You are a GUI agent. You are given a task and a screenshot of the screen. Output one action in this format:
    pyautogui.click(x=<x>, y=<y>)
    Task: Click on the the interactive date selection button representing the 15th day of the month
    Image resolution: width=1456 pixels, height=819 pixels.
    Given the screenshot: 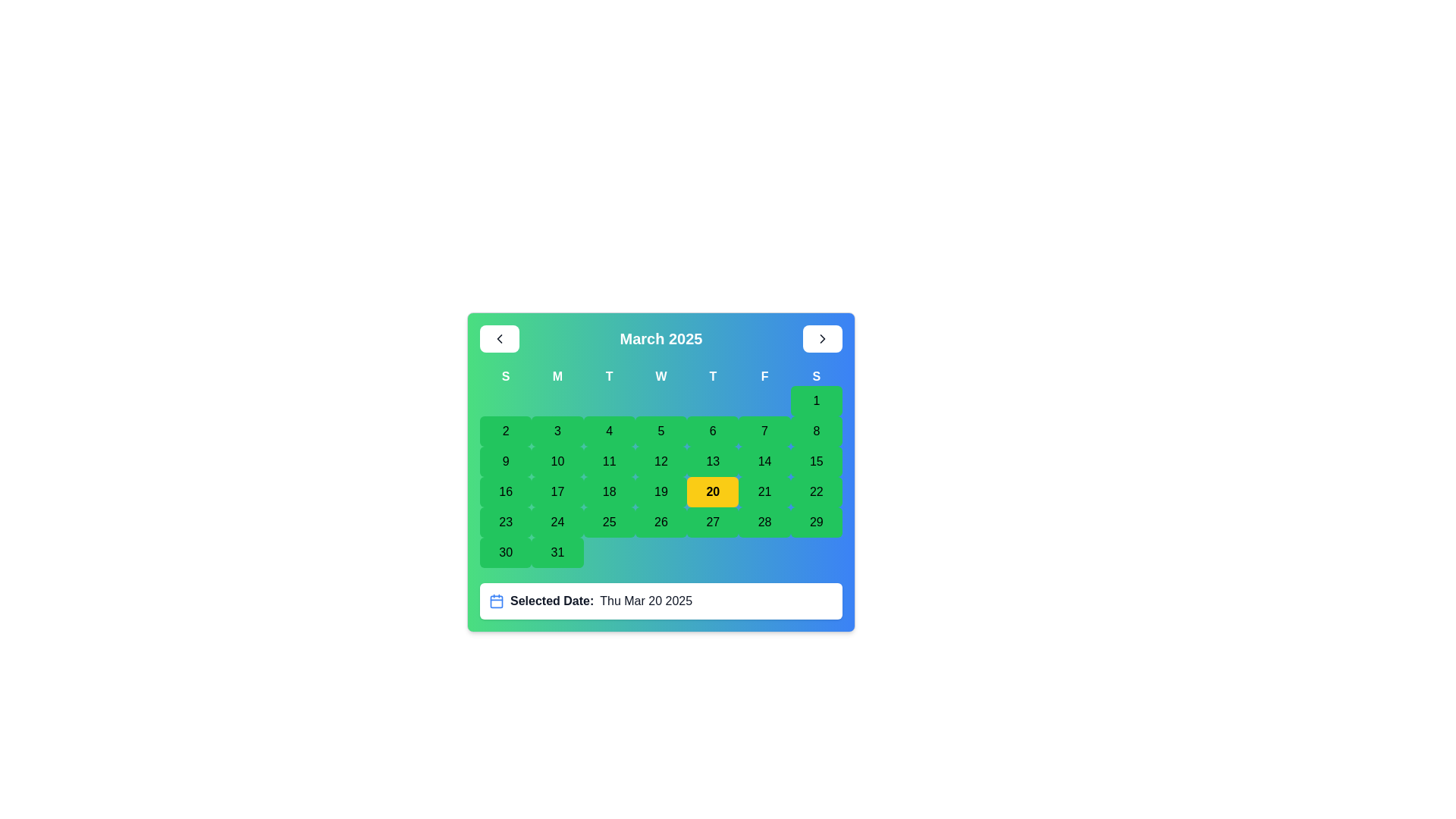 What is the action you would take?
    pyautogui.click(x=815, y=461)
    